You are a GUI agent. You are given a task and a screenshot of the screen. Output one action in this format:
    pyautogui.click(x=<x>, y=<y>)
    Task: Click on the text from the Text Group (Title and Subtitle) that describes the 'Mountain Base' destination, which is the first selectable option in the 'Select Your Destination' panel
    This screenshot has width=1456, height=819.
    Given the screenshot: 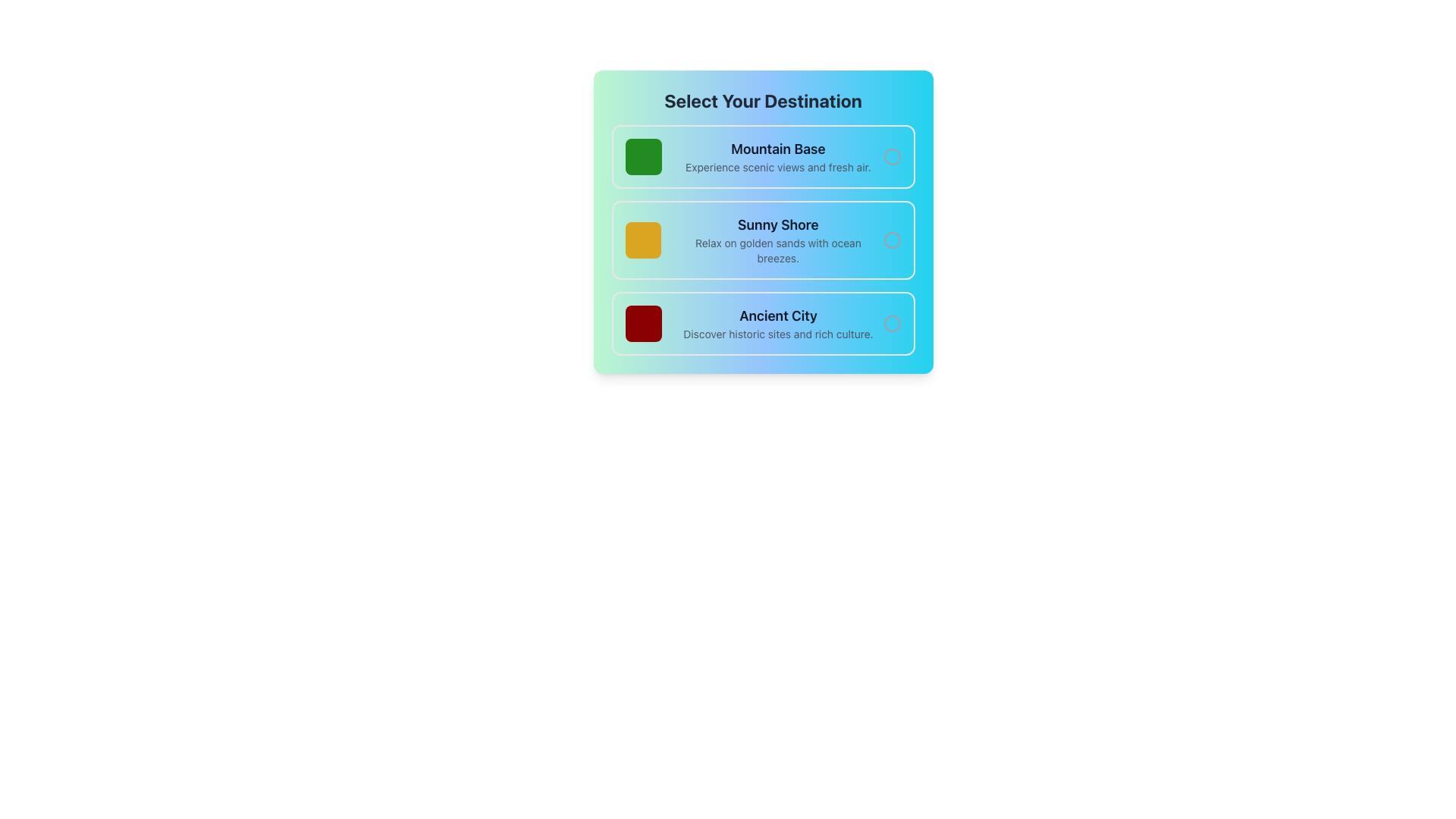 What is the action you would take?
    pyautogui.click(x=778, y=157)
    